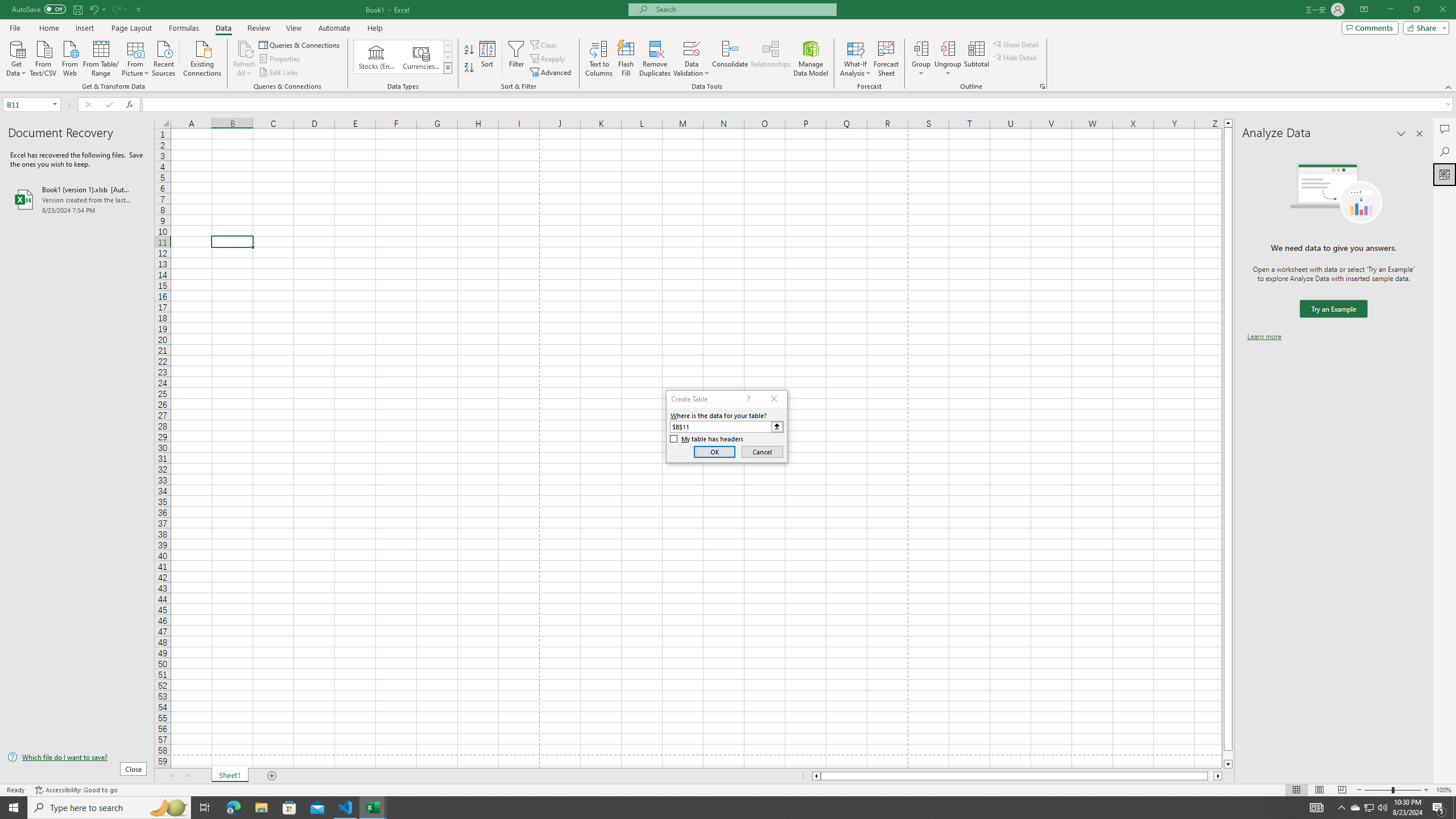 Image resolution: width=1456 pixels, height=819 pixels. I want to click on 'From Text/CSV', so click(43, 57).